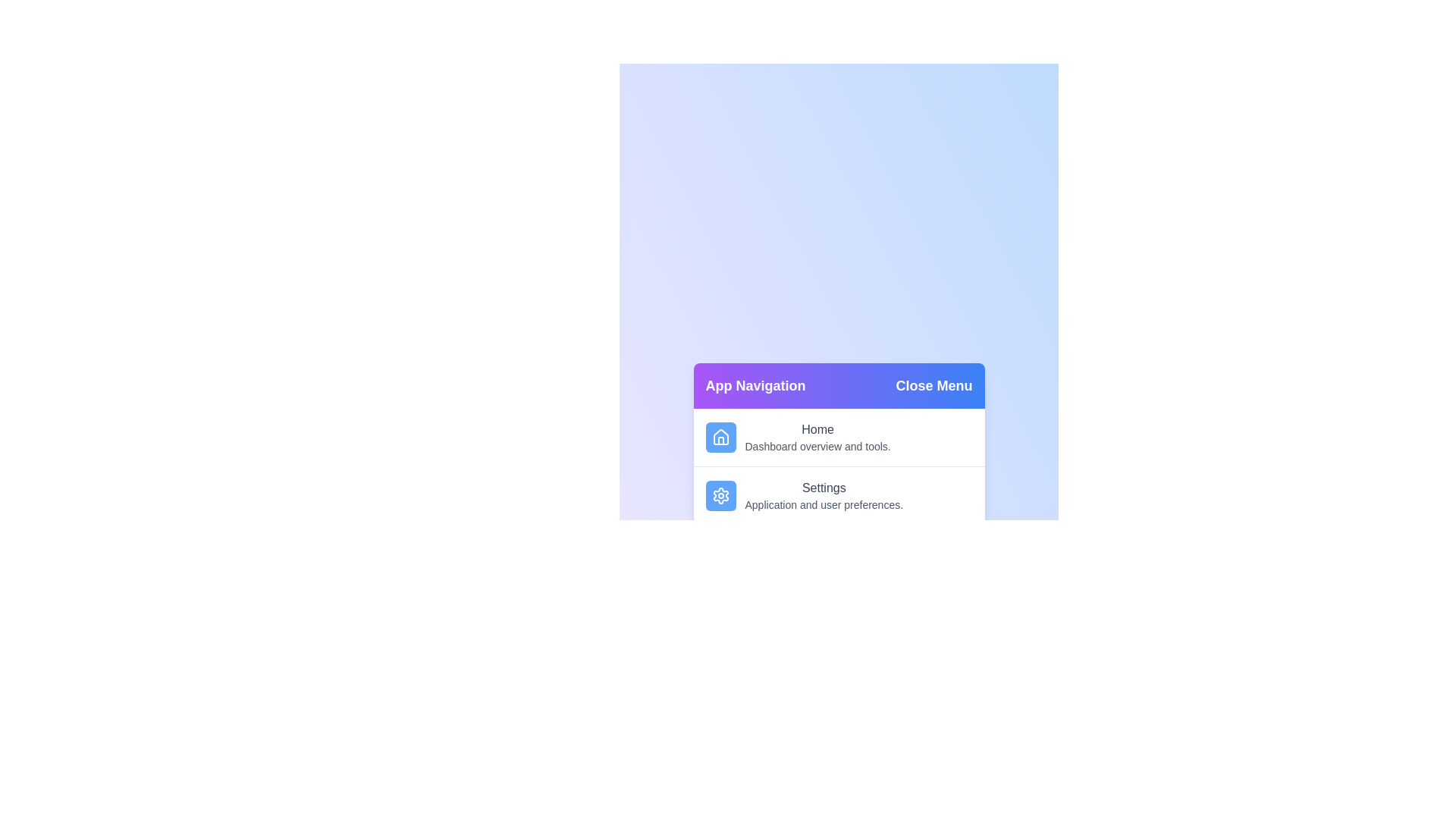  I want to click on the 'App Navigation' title to focus it, so click(755, 385).